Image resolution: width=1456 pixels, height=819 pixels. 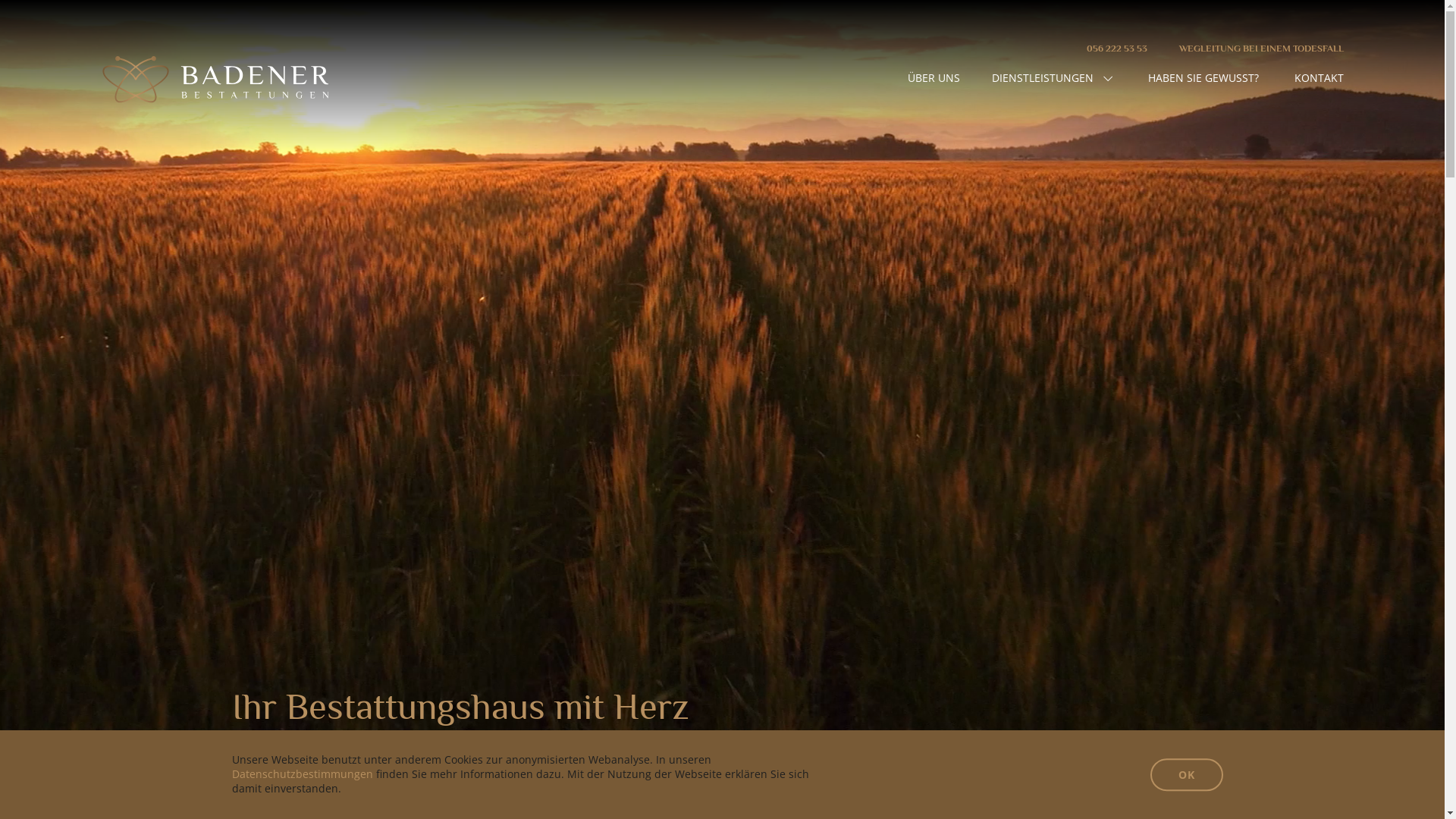 I want to click on 'HABEN SIE GEWUSST?', so click(x=1203, y=78).